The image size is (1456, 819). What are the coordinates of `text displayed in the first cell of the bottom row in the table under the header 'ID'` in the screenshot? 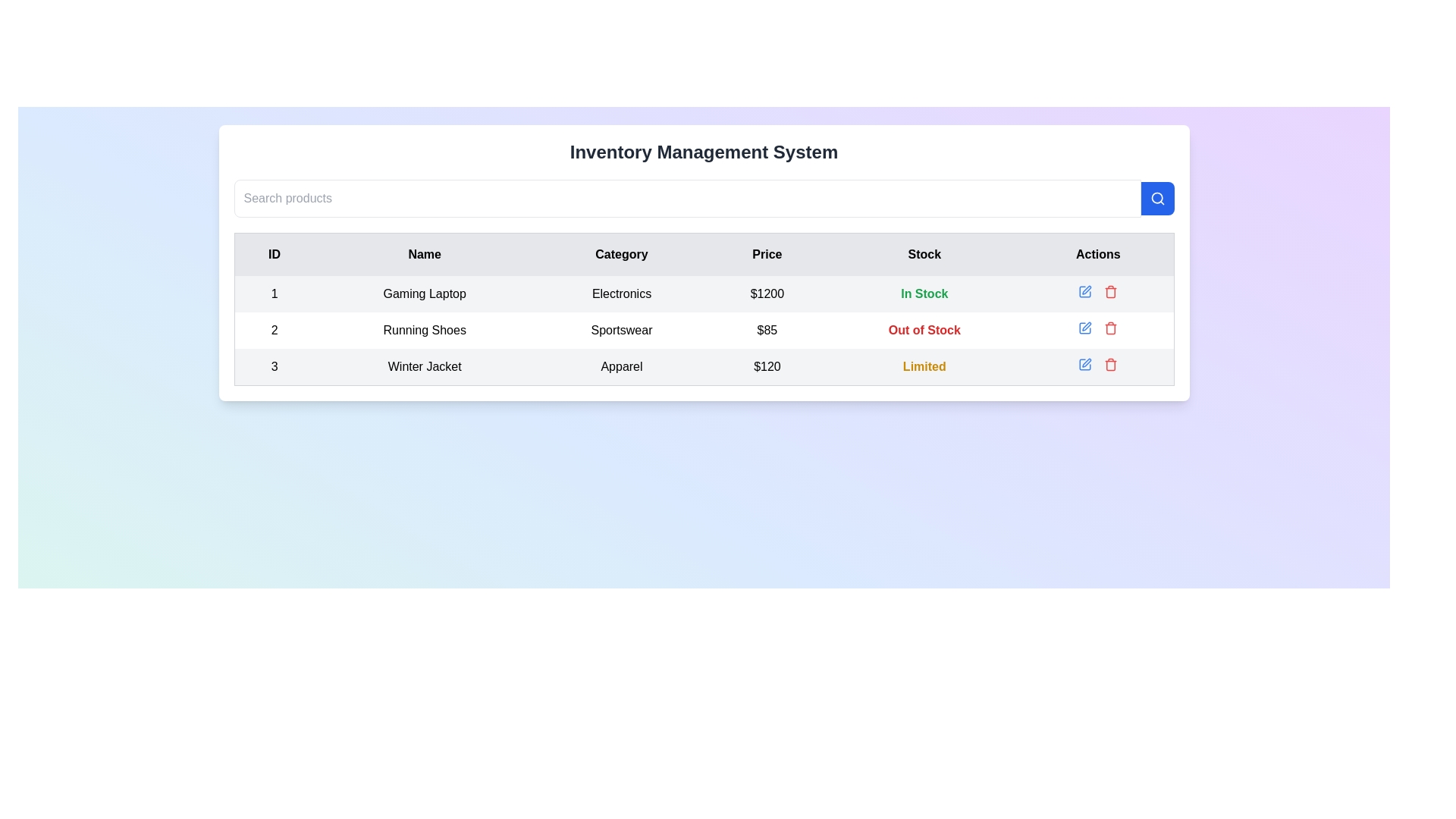 It's located at (274, 367).